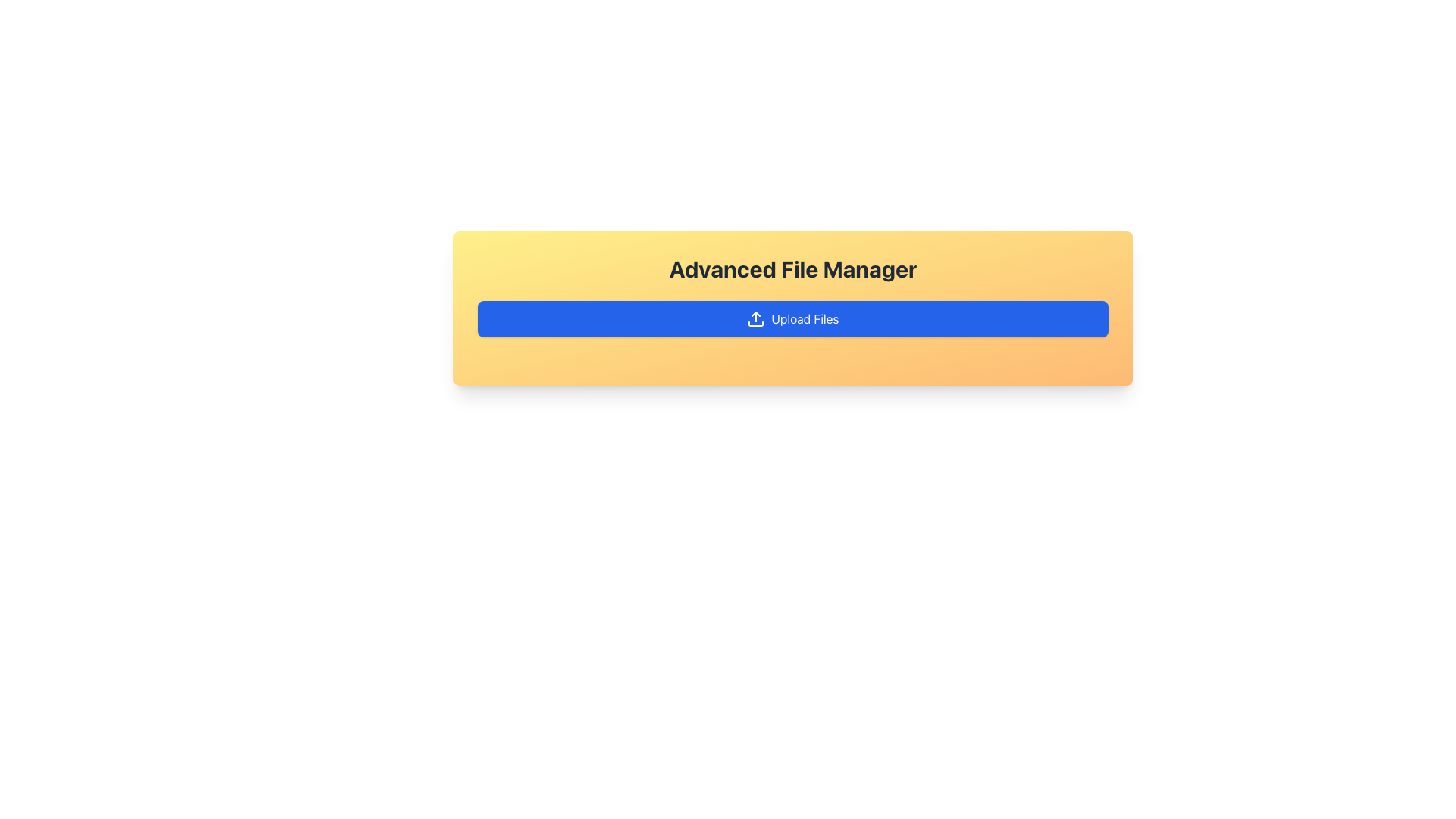  I want to click on the upload icon within the blue 'Upload Files' button, which features an upward arrow in a minimalistic design, so click(756, 318).